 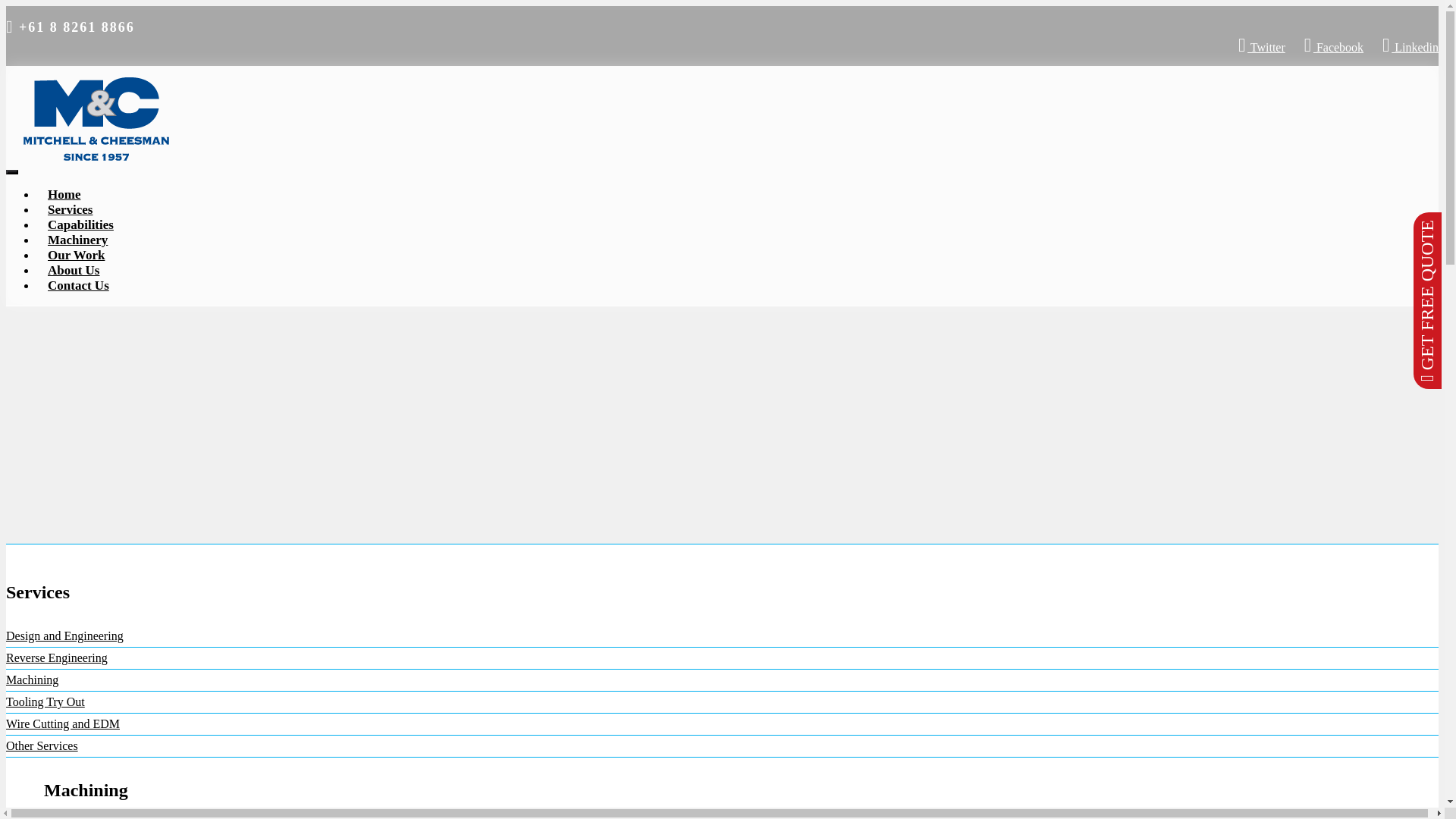 I want to click on 'Reverse Engineering', so click(x=6, y=657).